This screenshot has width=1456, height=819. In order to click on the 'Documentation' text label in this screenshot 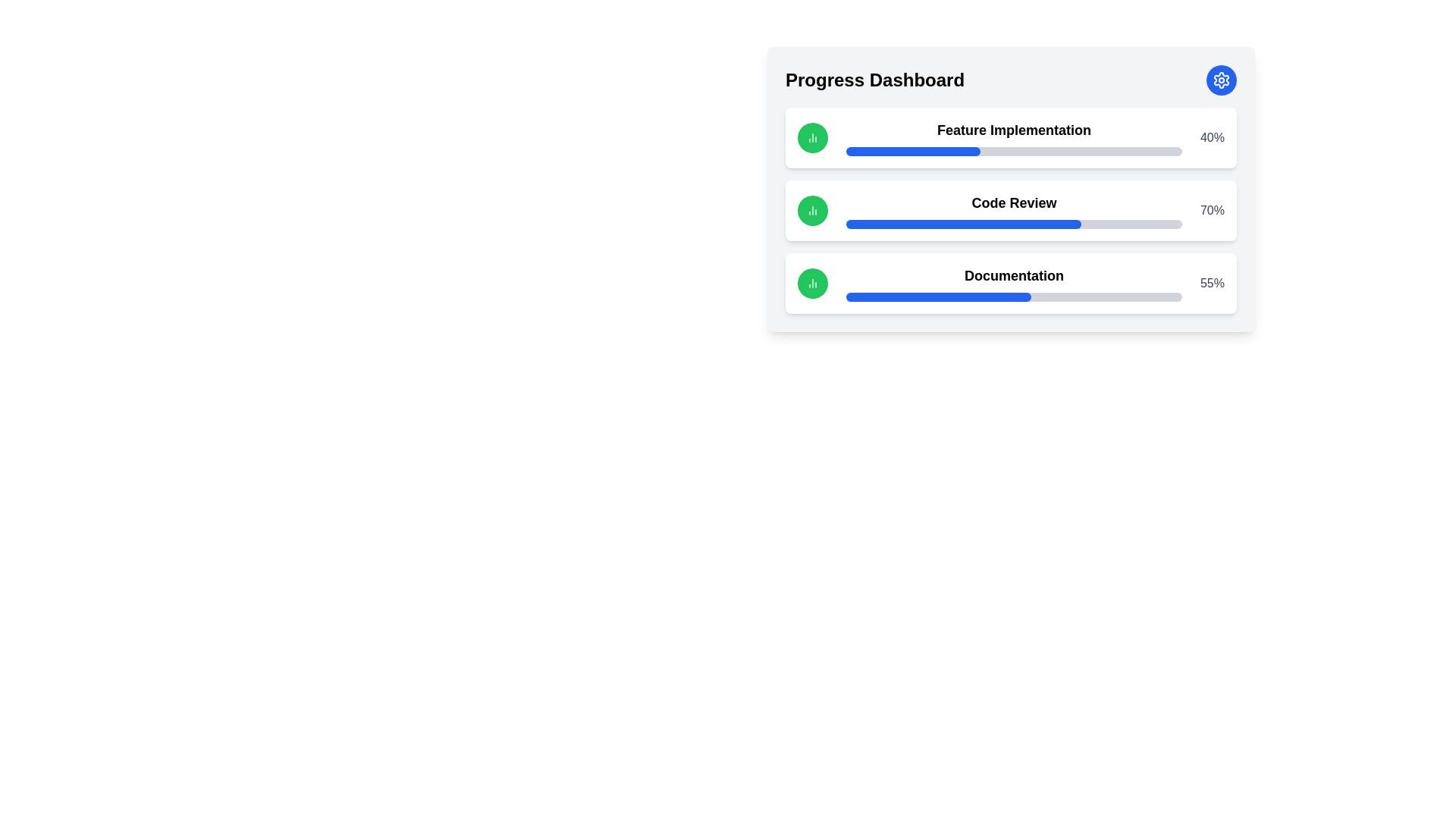, I will do `click(1014, 284)`.